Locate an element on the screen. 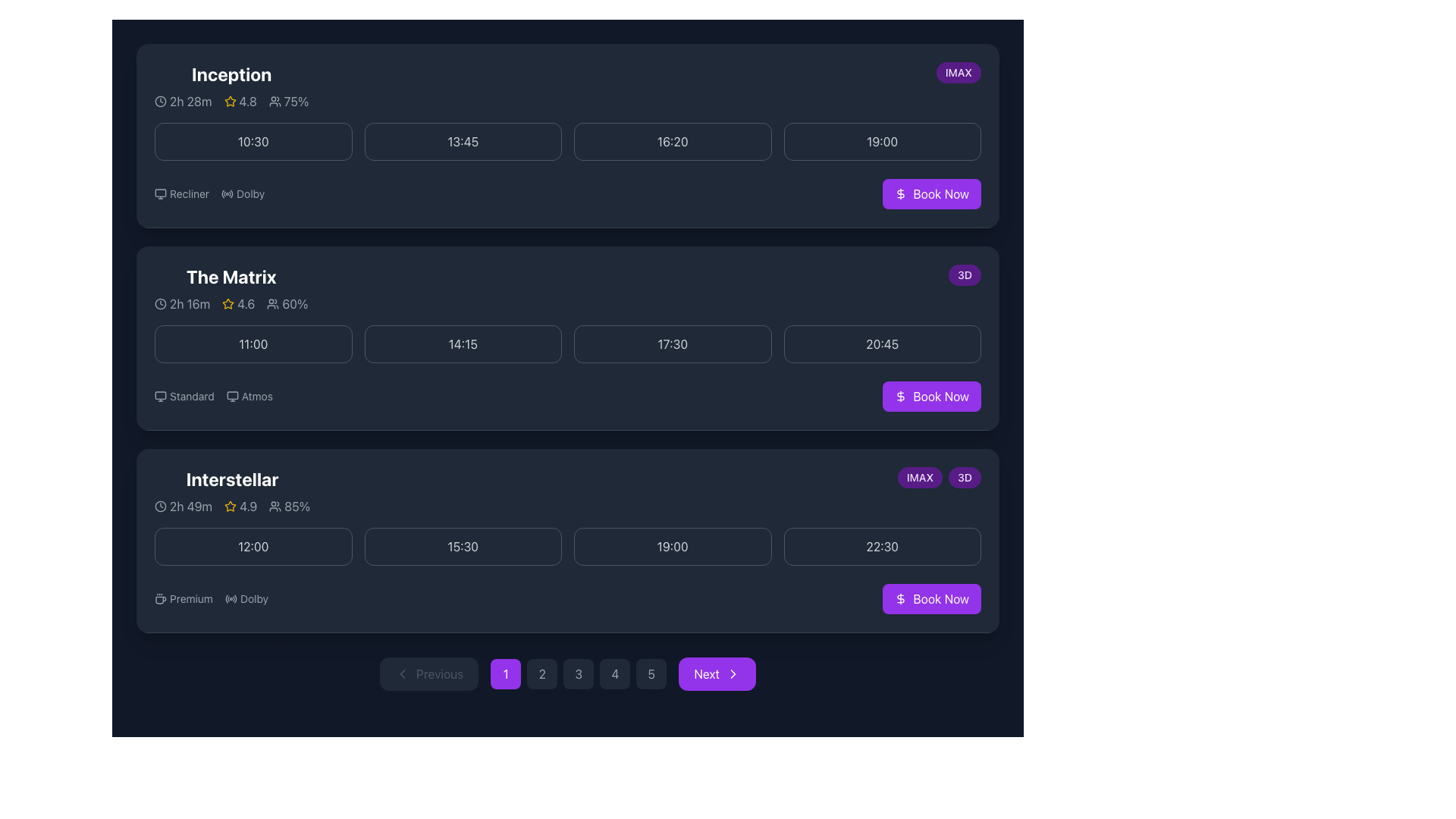 The image size is (1456, 819). the booking button for the 'Interstellar' movie located at the bottom right corner of the section next to the time slots for 19:00 and 22:30 to initiate the booking process is located at coordinates (931, 598).